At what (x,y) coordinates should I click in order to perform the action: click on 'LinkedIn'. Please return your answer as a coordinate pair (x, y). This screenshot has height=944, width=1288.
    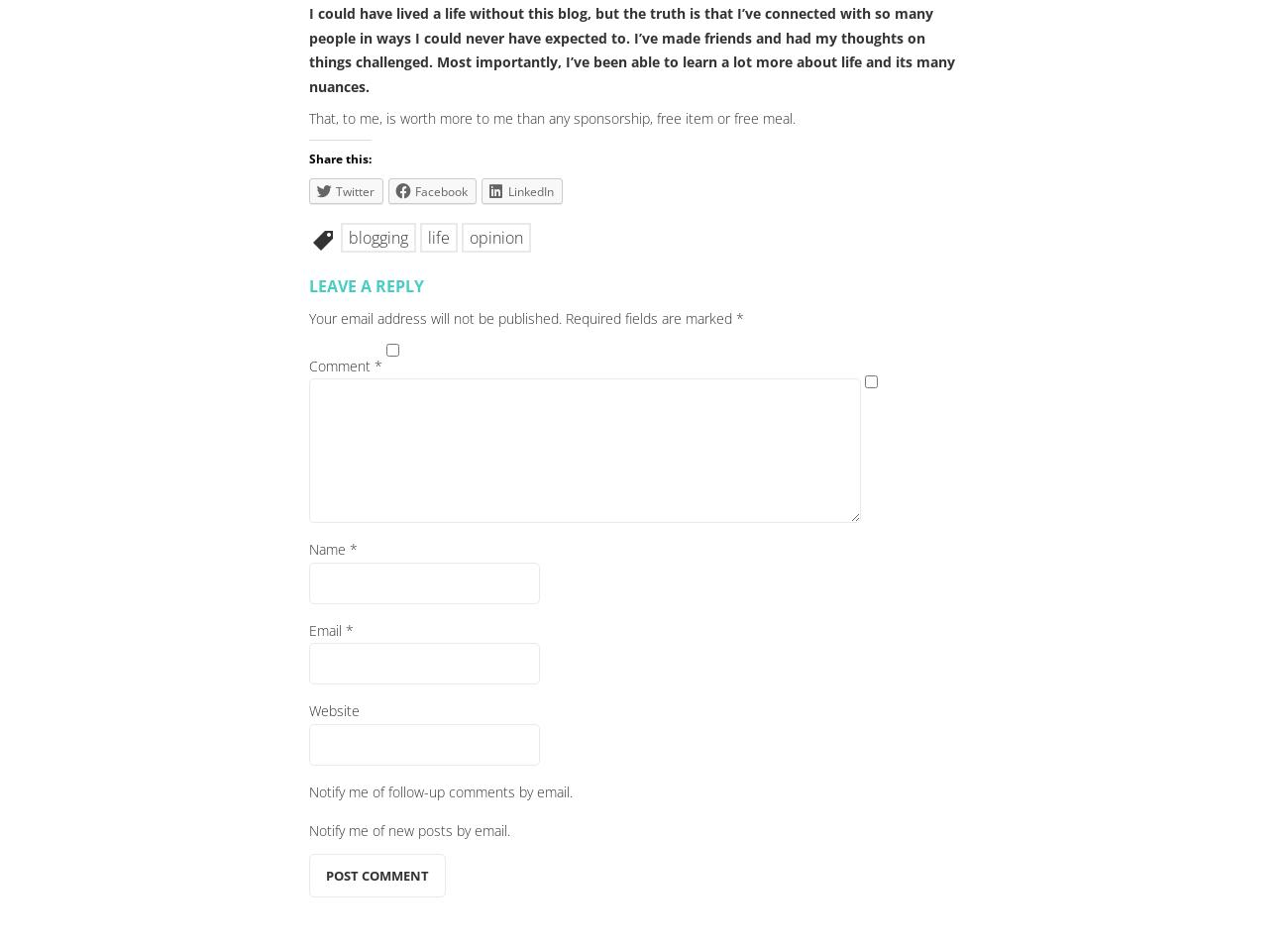
    Looking at the image, I should click on (530, 189).